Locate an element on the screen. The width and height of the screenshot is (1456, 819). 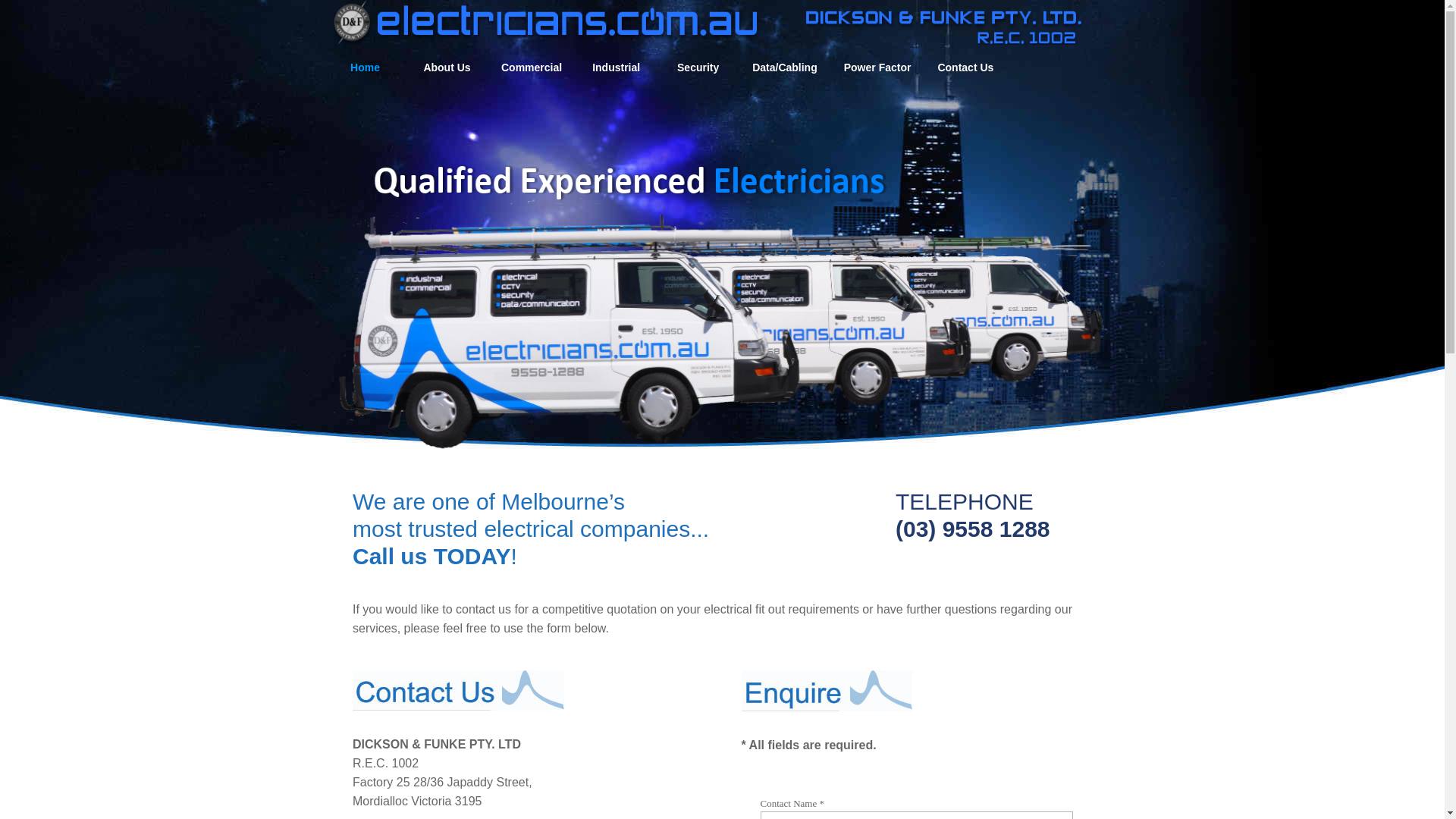
'Power Factor' is located at coordinates (839, 67).